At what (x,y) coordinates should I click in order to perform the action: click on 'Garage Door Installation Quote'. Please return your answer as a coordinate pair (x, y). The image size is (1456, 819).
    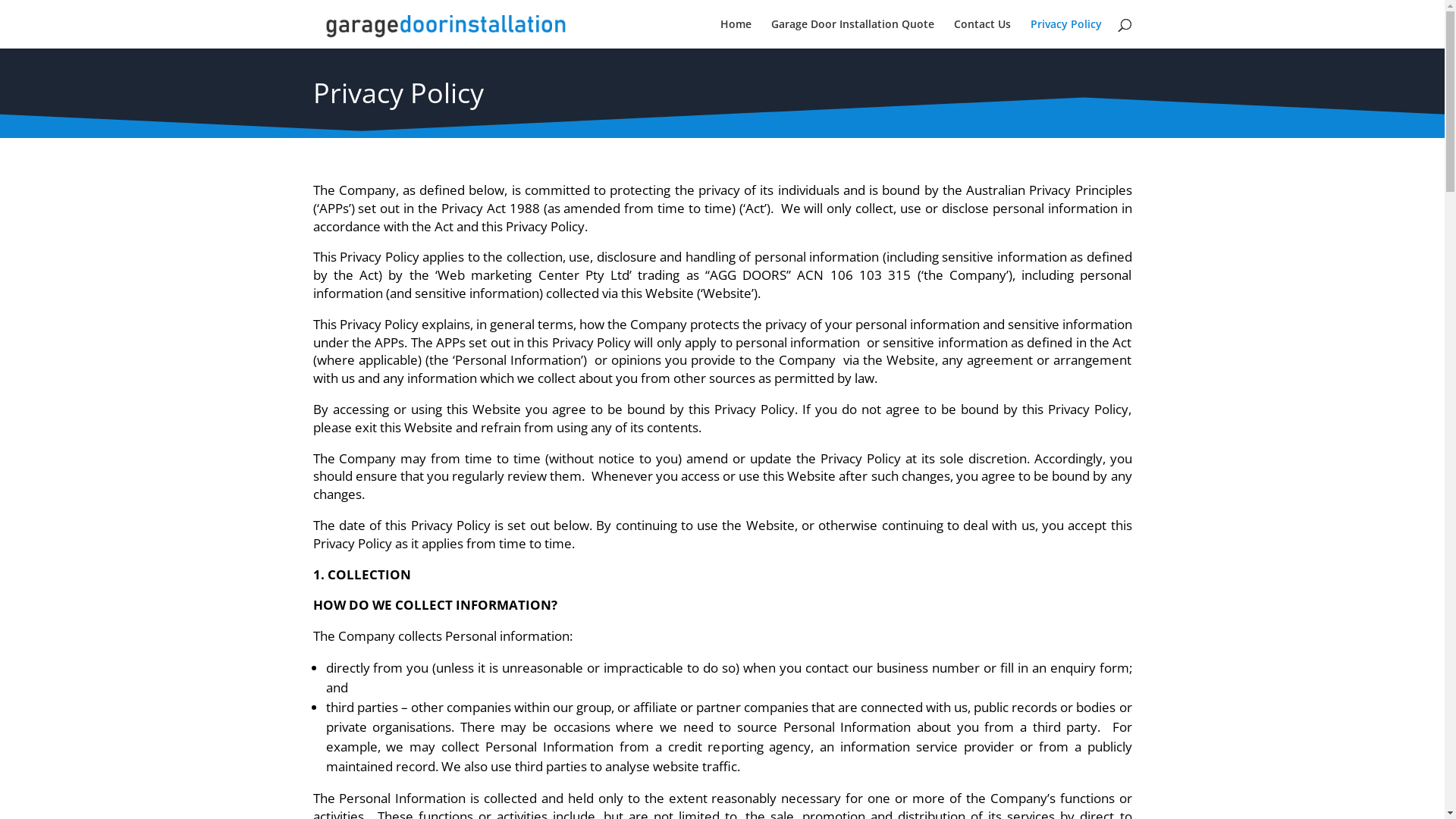
    Looking at the image, I should click on (852, 33).